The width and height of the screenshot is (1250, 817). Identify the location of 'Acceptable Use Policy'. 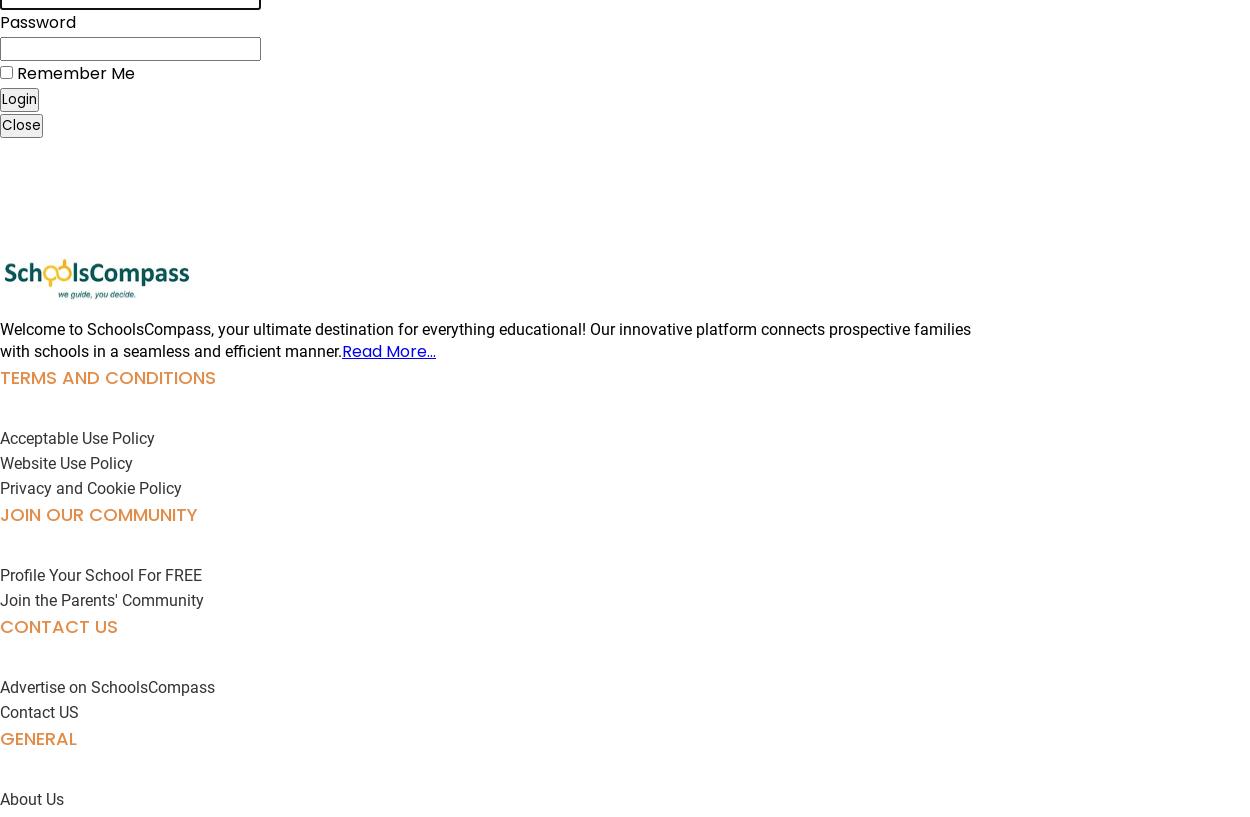
(0, 438).